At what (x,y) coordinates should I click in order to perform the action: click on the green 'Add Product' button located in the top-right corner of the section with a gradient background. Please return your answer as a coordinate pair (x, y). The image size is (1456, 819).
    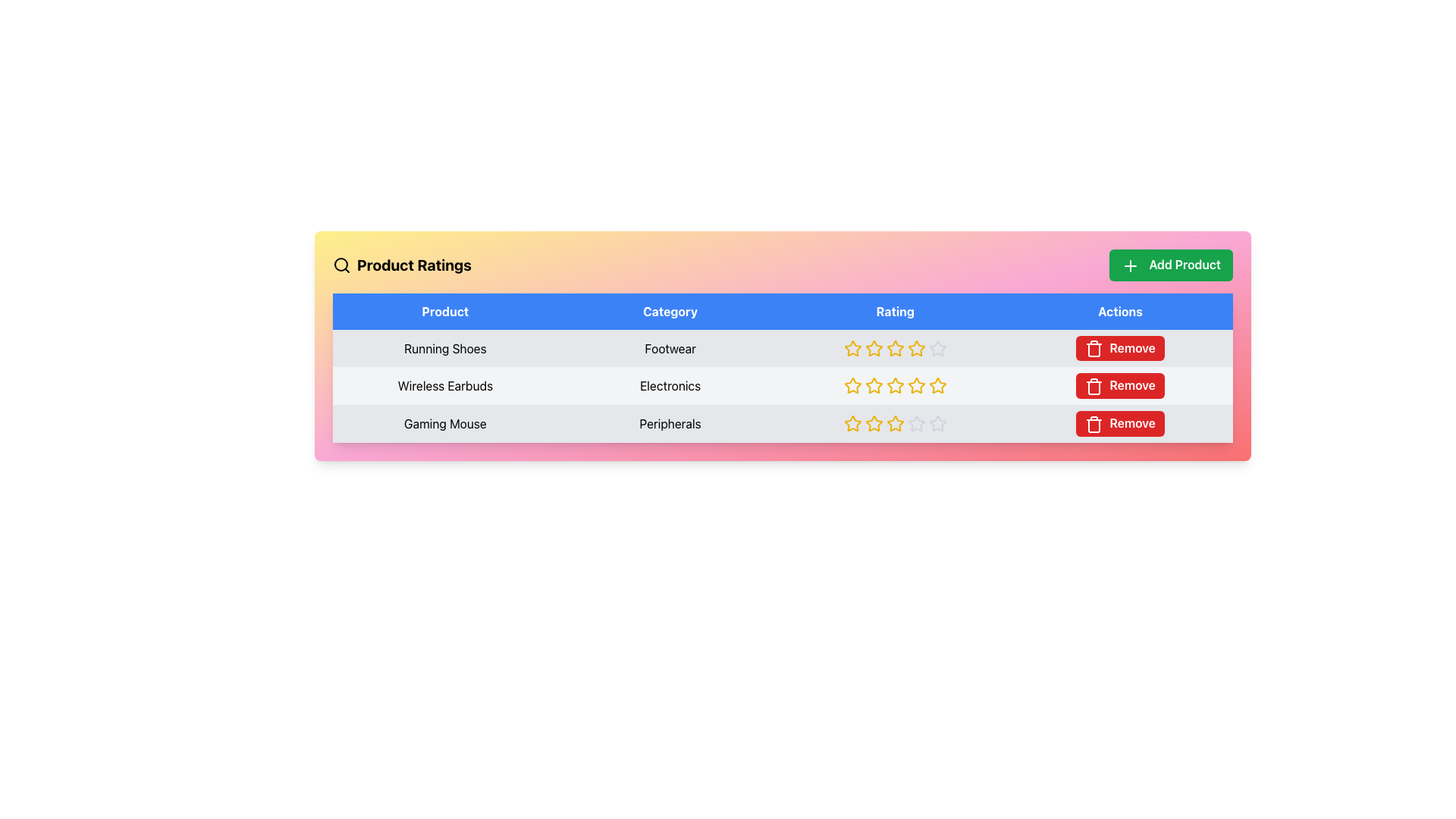
    Looking at the image, I should click on (1170, 264).